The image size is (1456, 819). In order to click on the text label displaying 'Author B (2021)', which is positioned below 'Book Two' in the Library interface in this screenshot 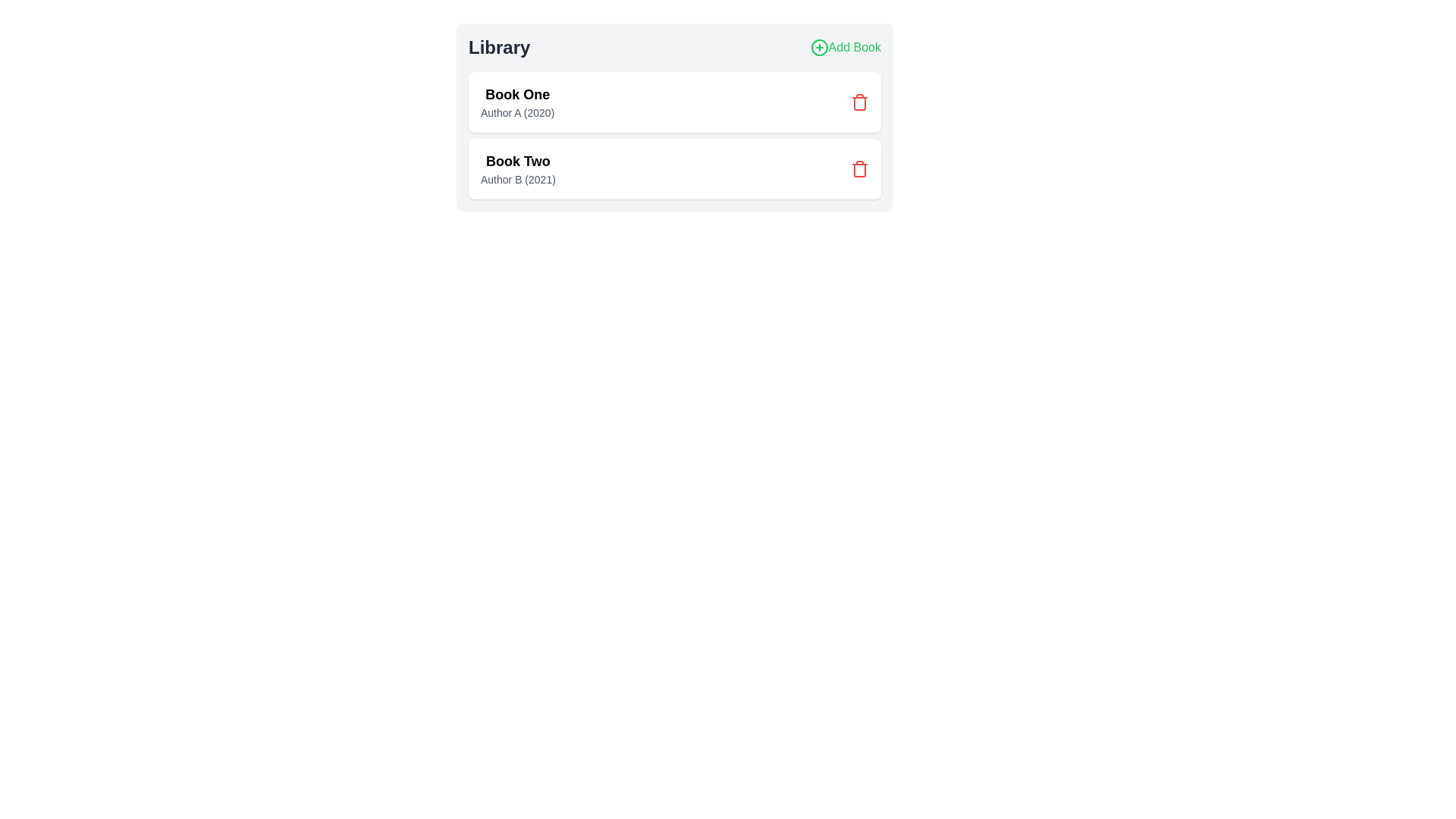, I will do `click(518, 178)`.